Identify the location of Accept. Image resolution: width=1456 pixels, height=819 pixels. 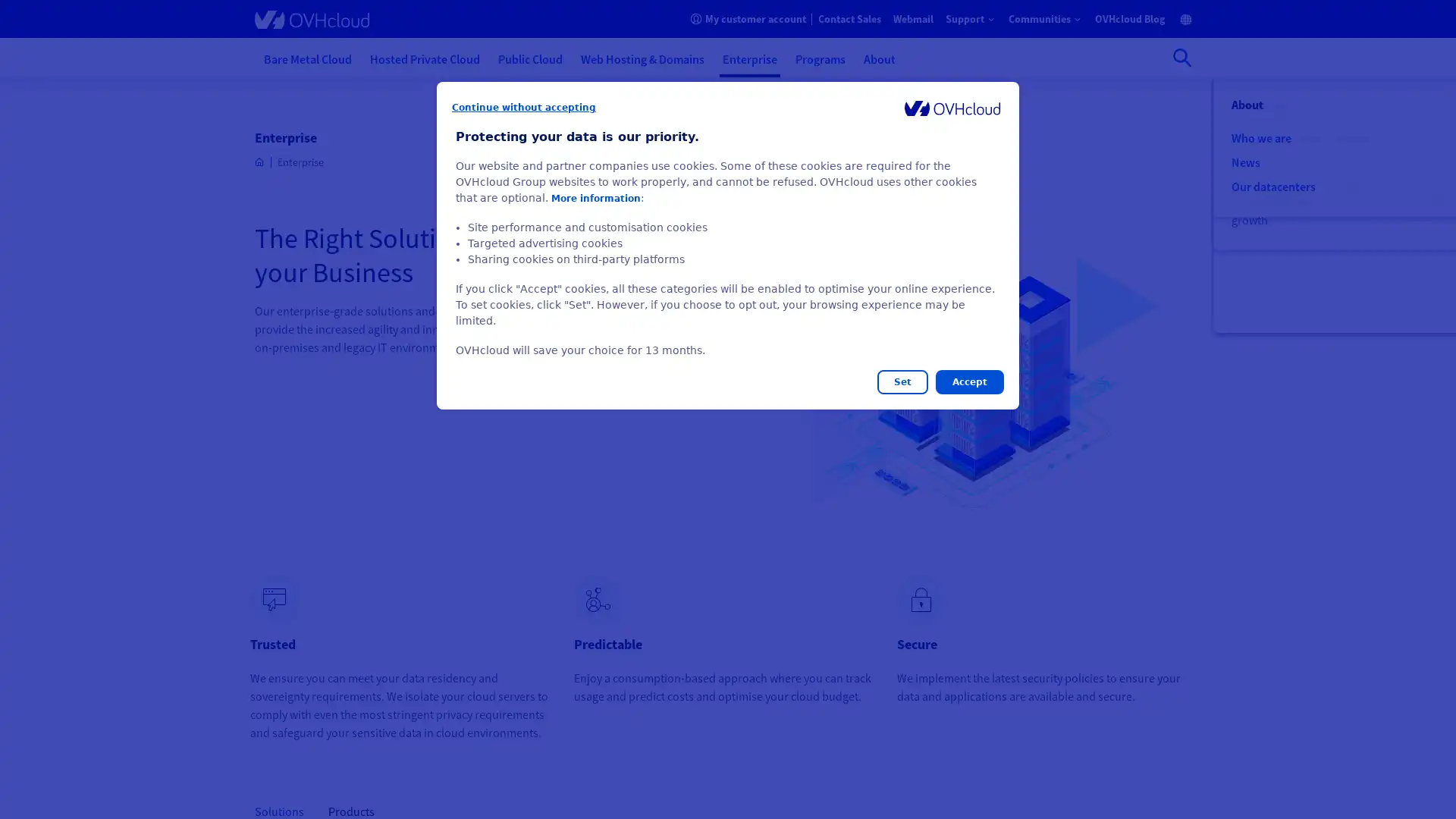
(968, 381).